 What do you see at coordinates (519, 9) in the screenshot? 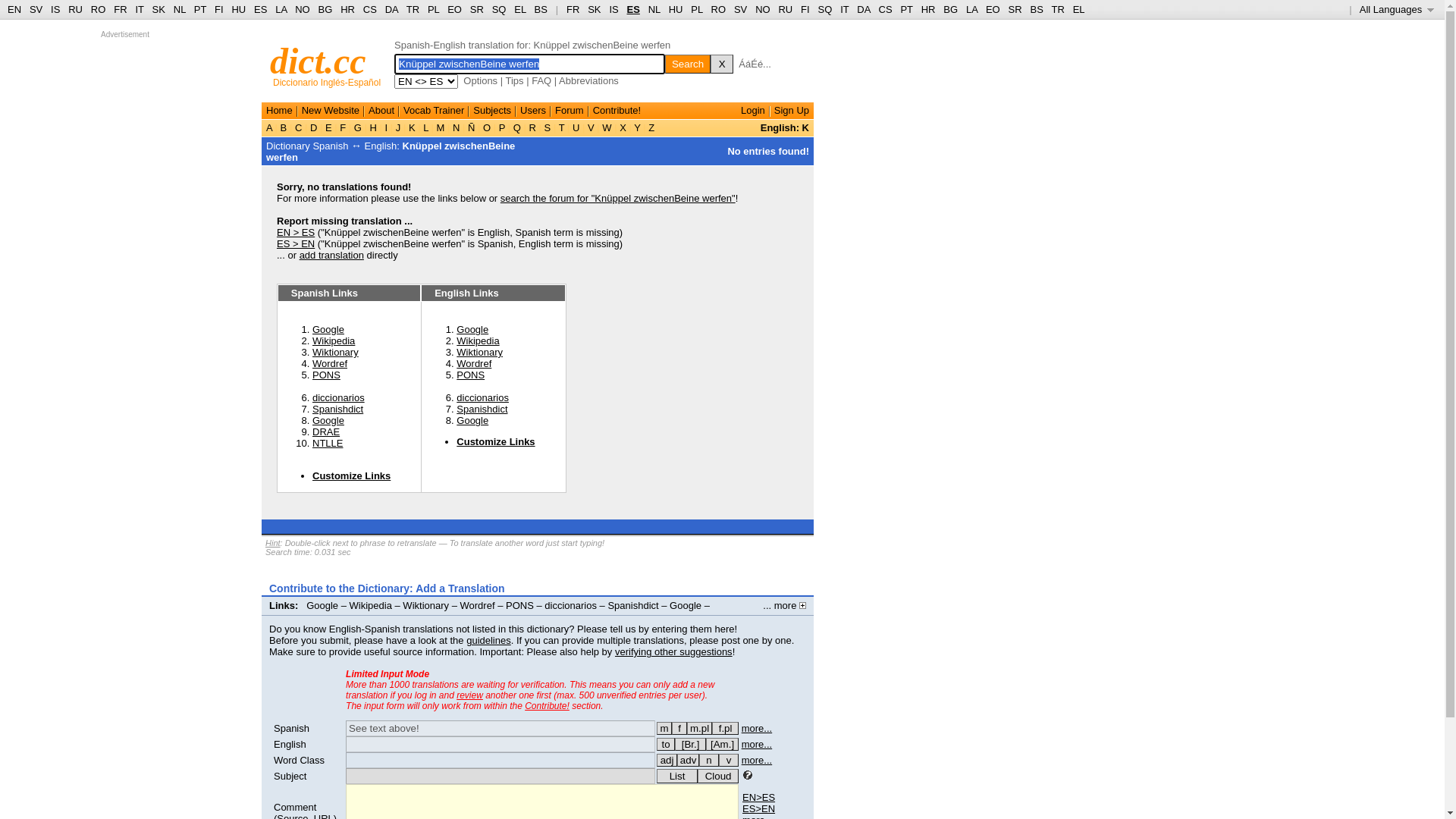
I see `'EL'` at bounding box center [519, 9].